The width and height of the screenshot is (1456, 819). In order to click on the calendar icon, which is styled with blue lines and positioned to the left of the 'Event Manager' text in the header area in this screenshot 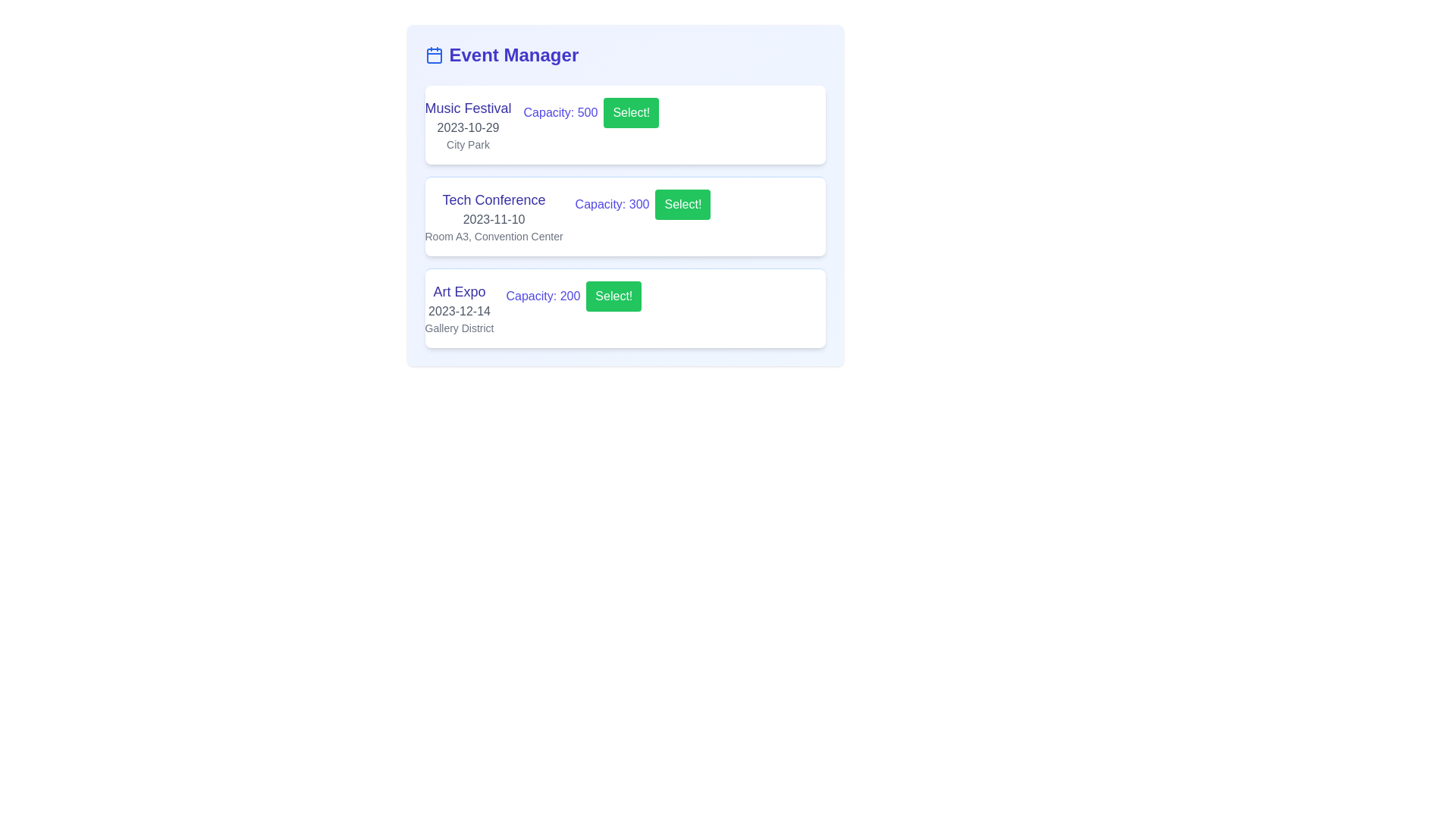, I will do `click(433, 55)`.